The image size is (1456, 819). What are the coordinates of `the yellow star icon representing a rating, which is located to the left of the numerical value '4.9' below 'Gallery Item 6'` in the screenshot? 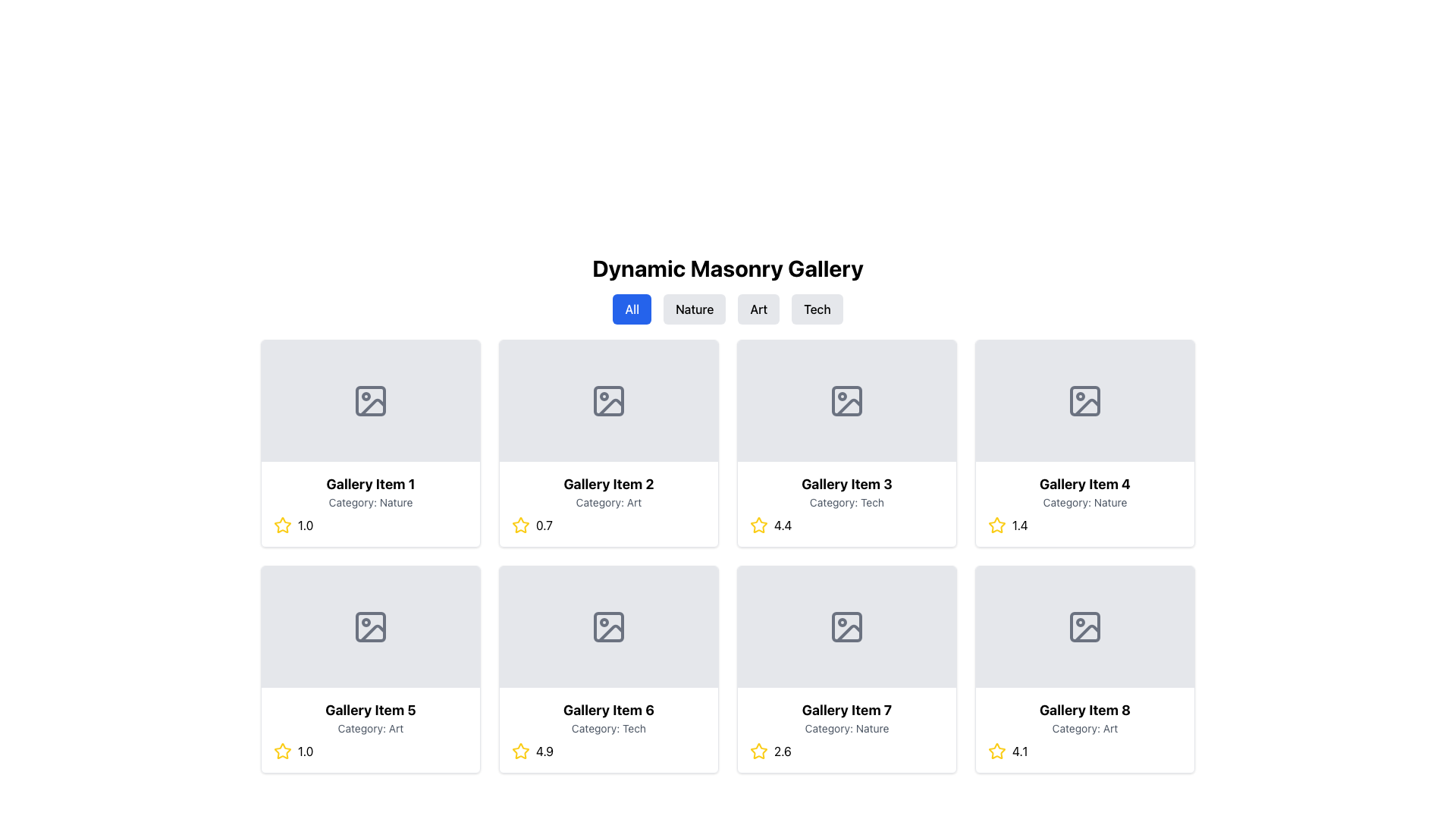 It's located at (520, 752).